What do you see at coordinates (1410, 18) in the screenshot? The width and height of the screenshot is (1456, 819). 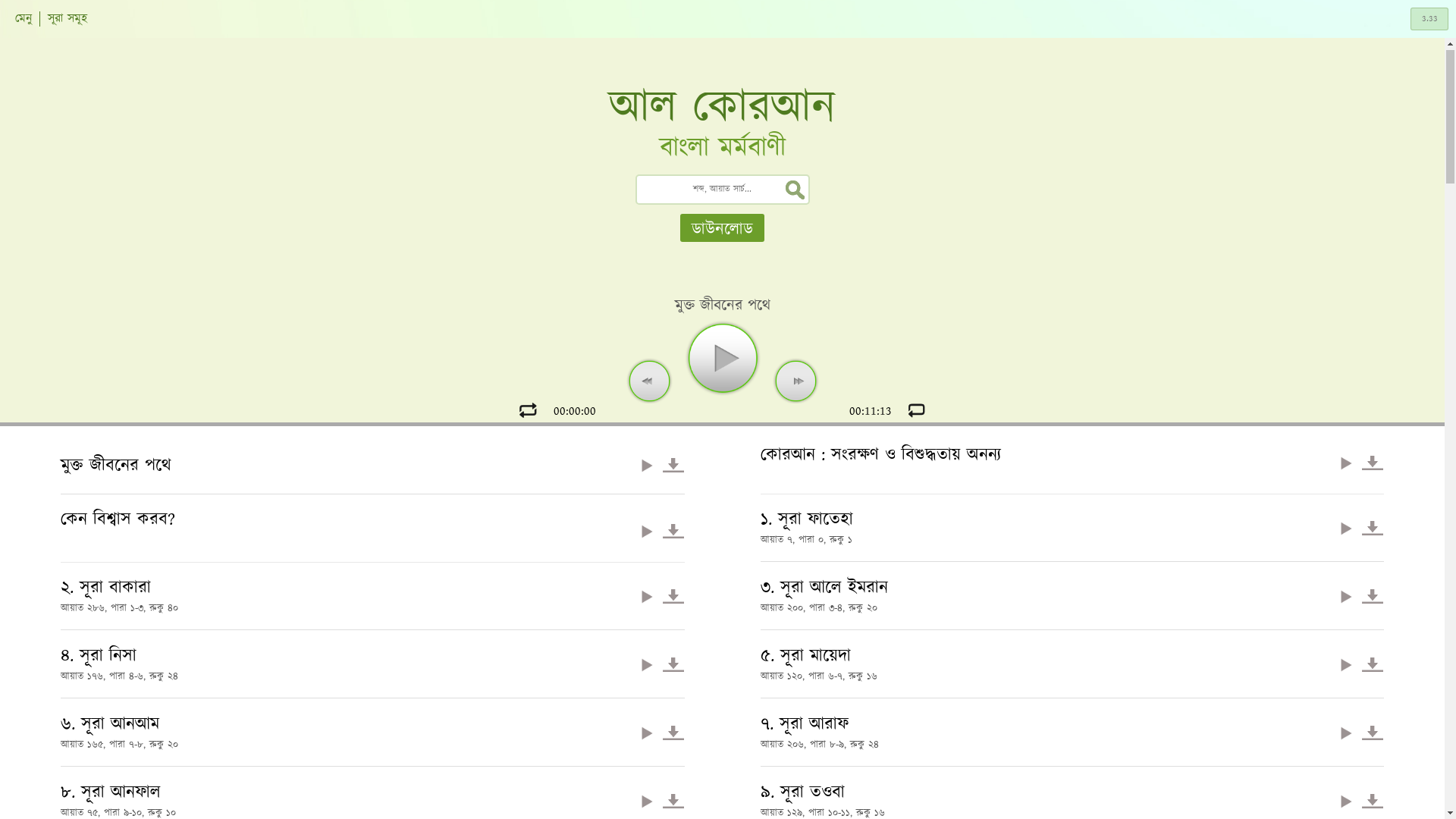 I see `'Go Shortcut to surah ayat'` at bounding box center [1410, 18].